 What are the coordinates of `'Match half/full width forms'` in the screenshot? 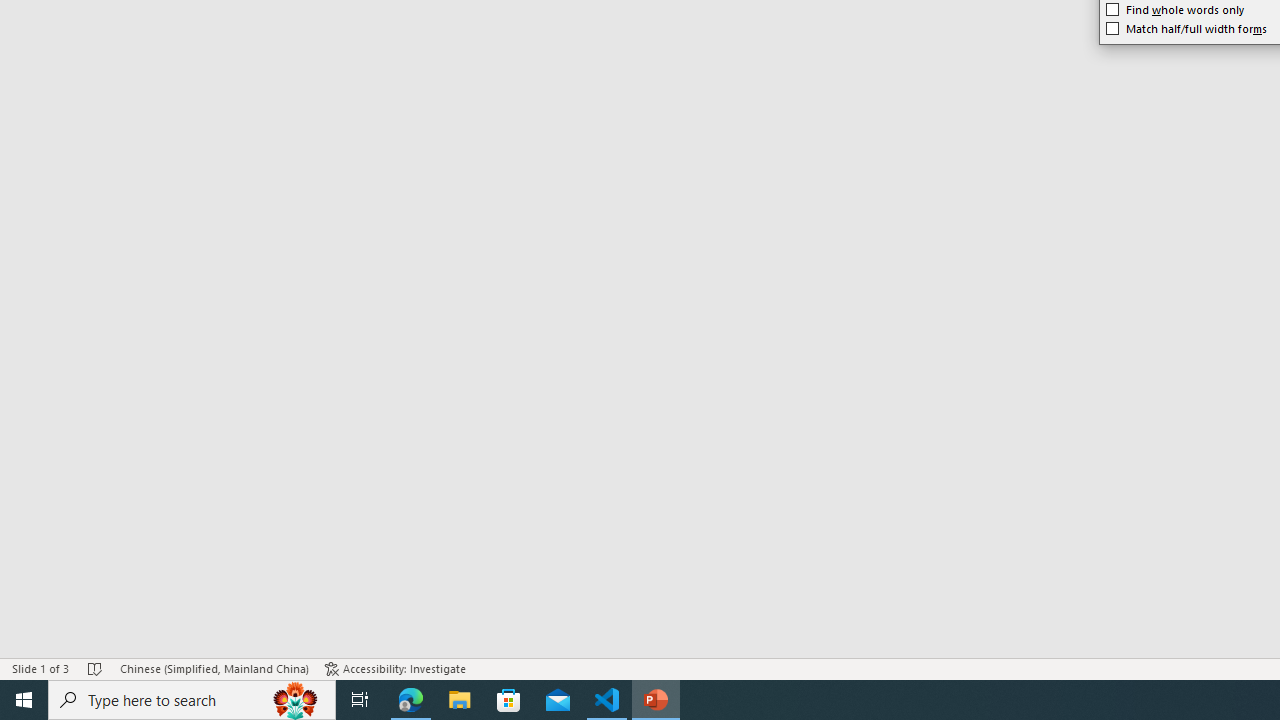 It's located at (1187, 28).